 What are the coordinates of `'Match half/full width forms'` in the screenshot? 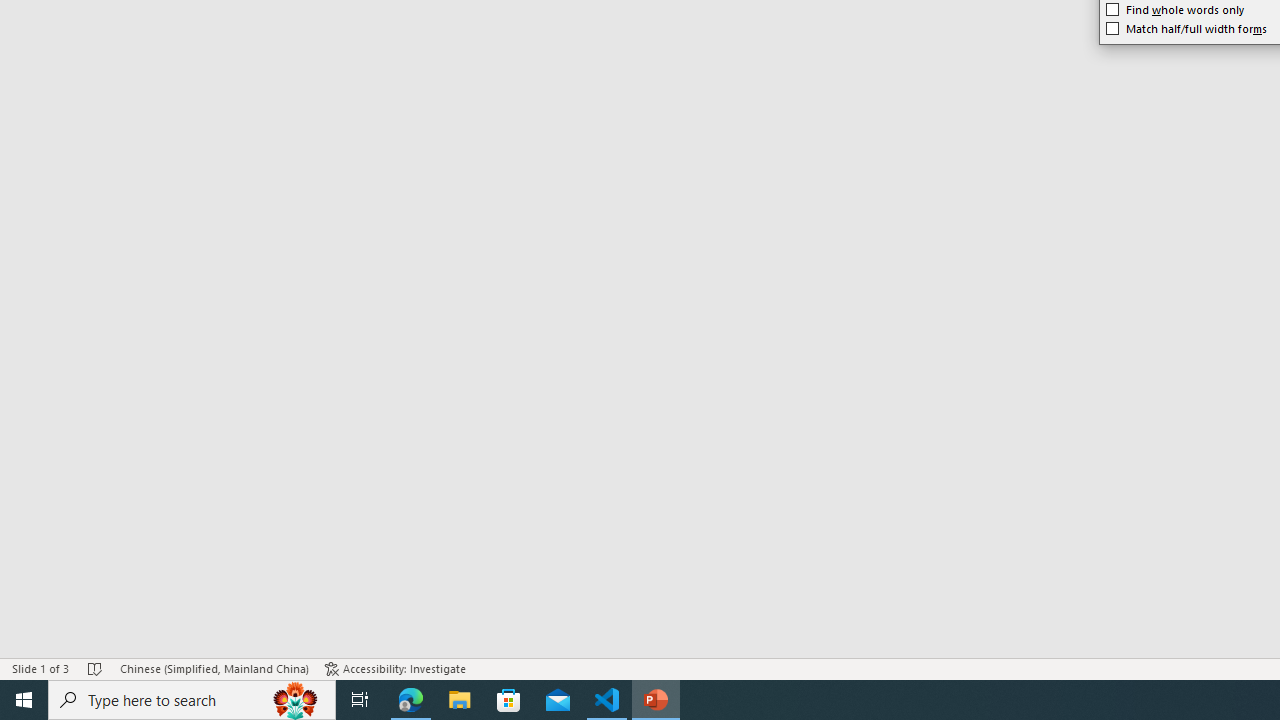 It's located at (1187, 28).